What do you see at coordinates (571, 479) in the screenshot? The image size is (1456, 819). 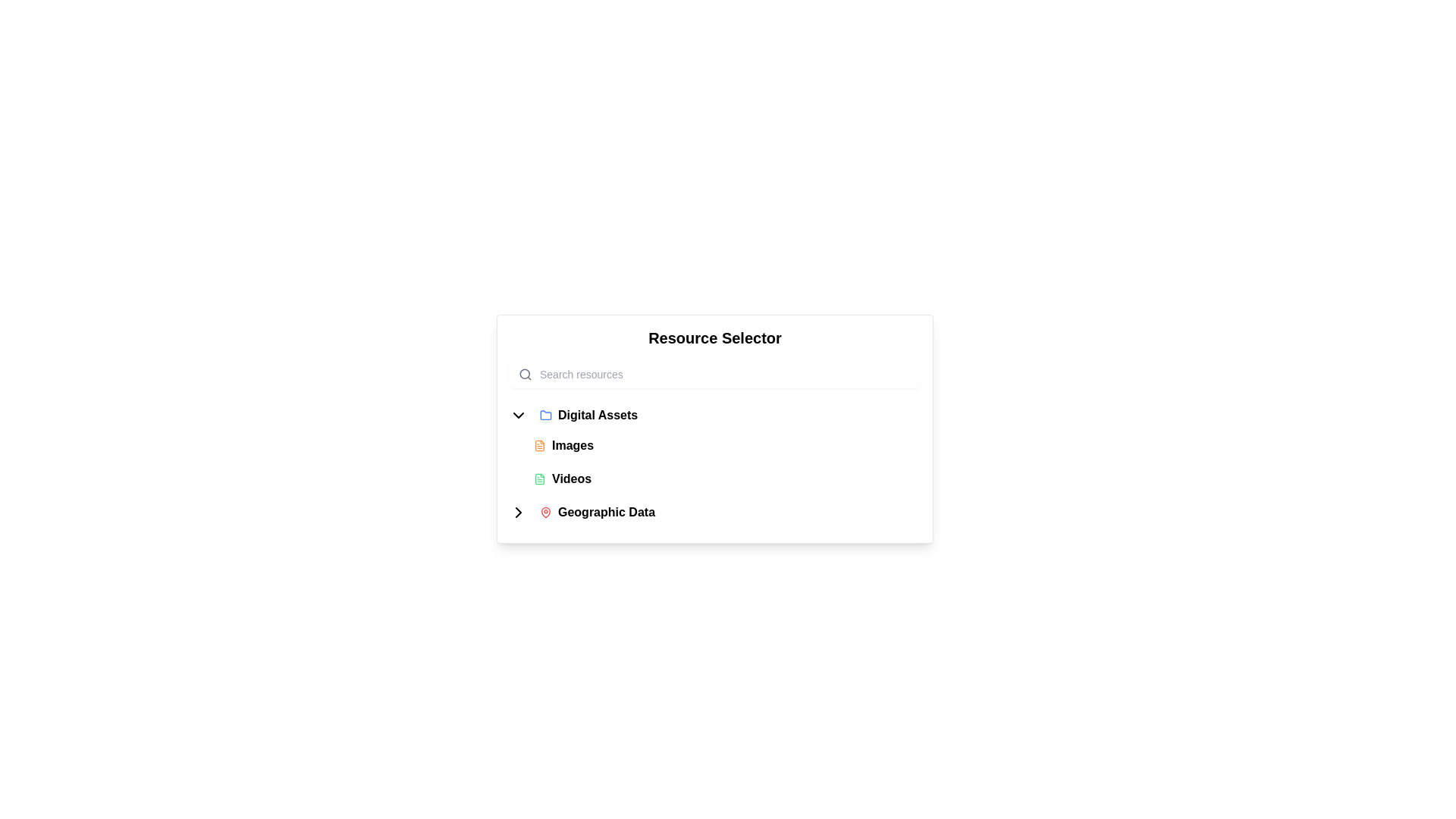 I see `the 'Videos' label within the 'Resource Selector' panel, which is the second item under the 'Digital Assets' dropdown` at bounding box center [571, 479].